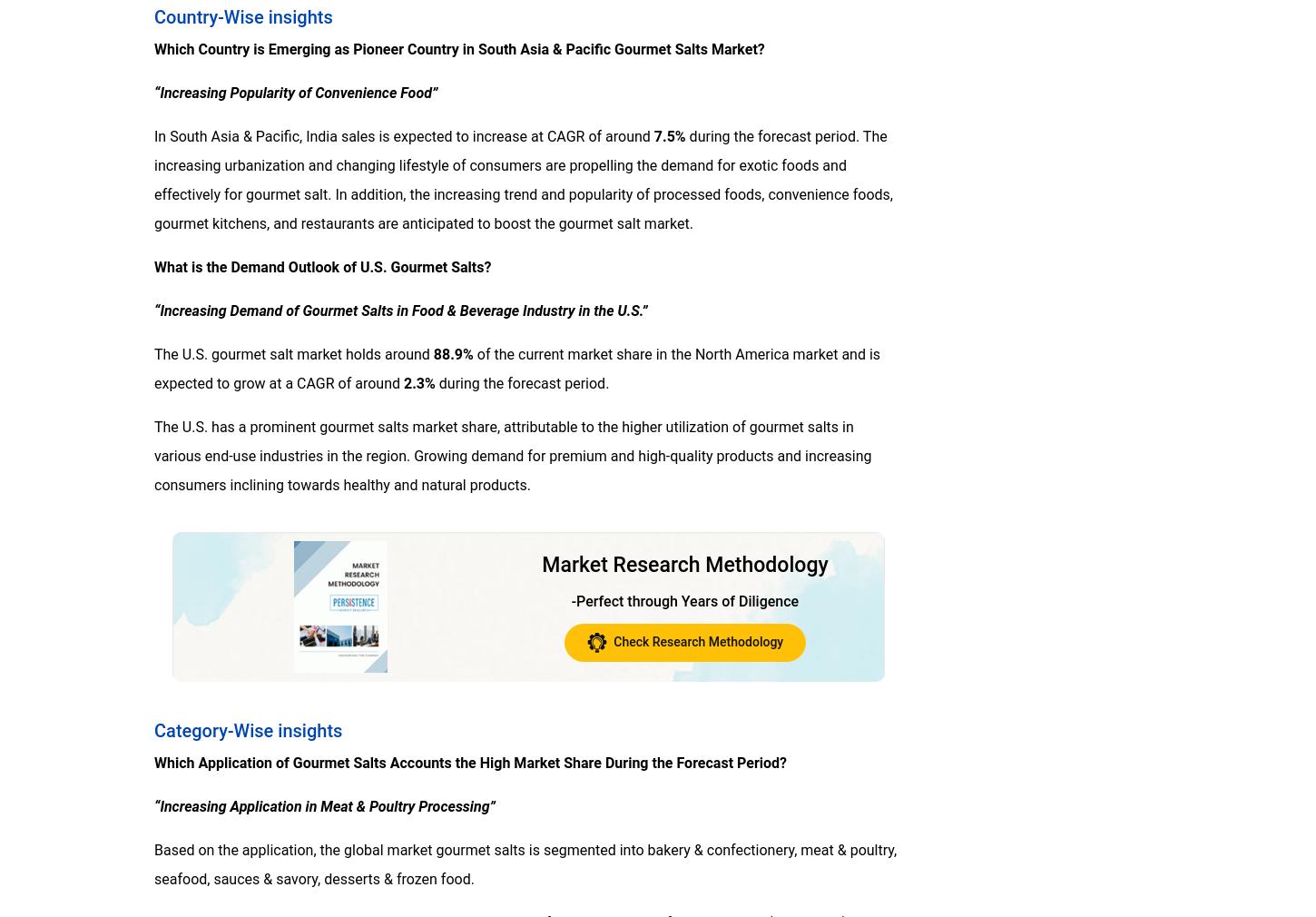 Image resolution: width=1316 pixels, height=917 pixels. Describe the element at coordinates (152, 368) in the screenshot. I see `'of the current market share in the North America market and is expected to grow at a CAGR of around'` at that location.